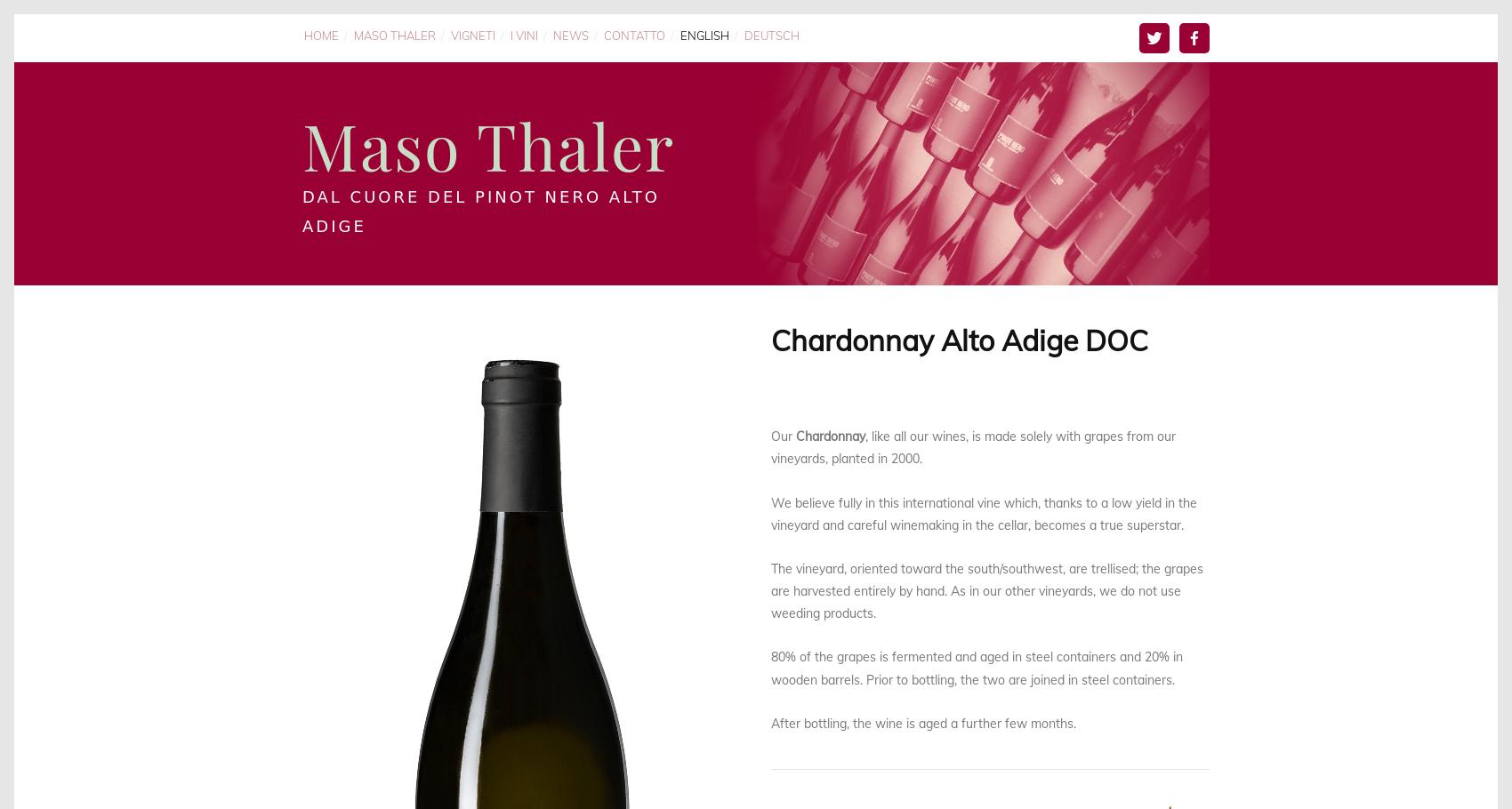  What do you see at coordinates (988, 589) in the screenshot?
I see `'The vineyard, oriented toward the south/southwest, are trellised; the grapes are harvested entirely by hand. As in our other vineyards, we do not use weeding products.'` at bounding box center [988, 589].